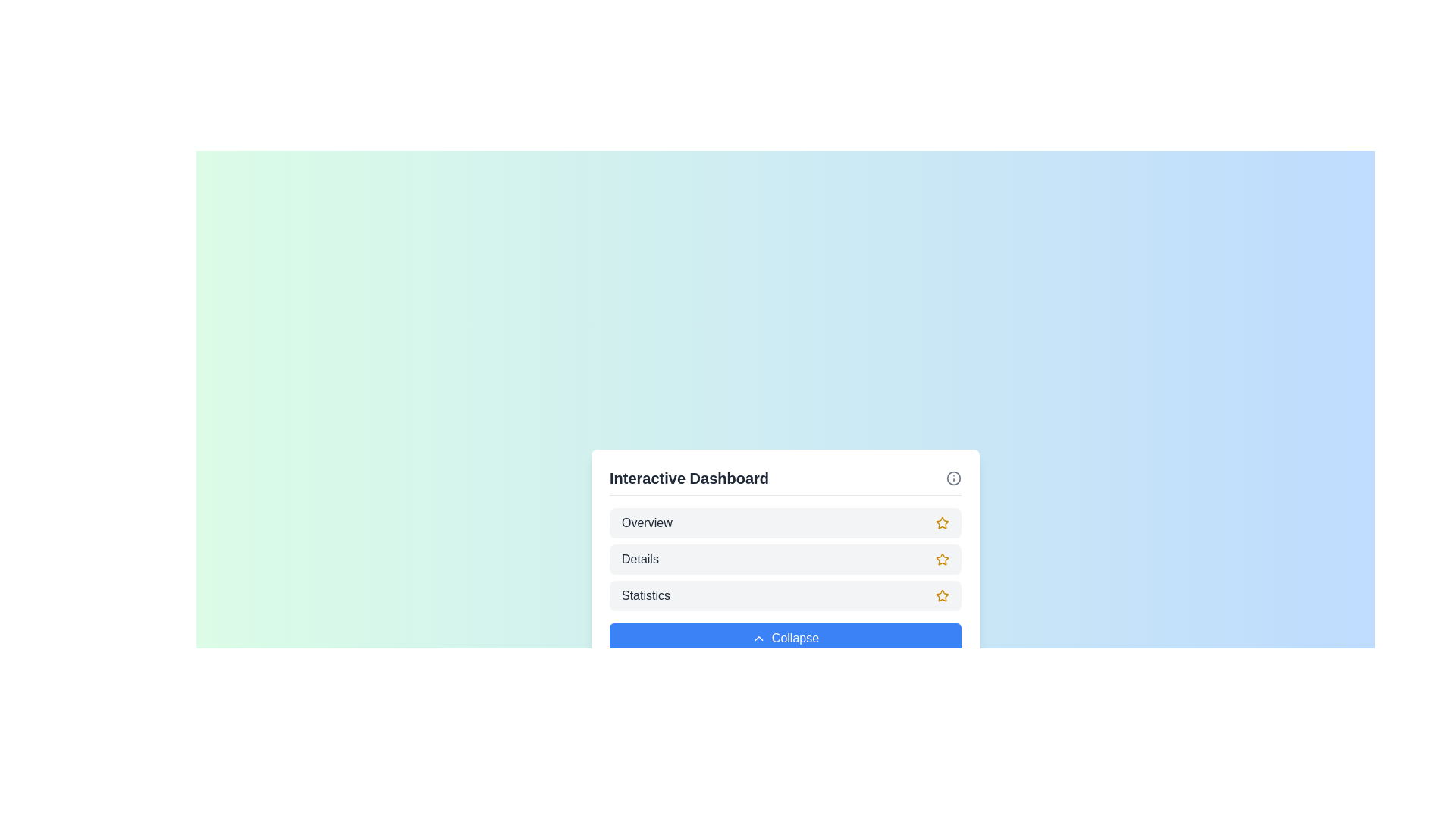 This screenshot has width=1456, height=819. Describe the element at coordinates (646, 595) in the screenshot. I see `text from the 'Statistics' label, which is styled with a gray font color and located within the third navigation entry of the card` at that location.